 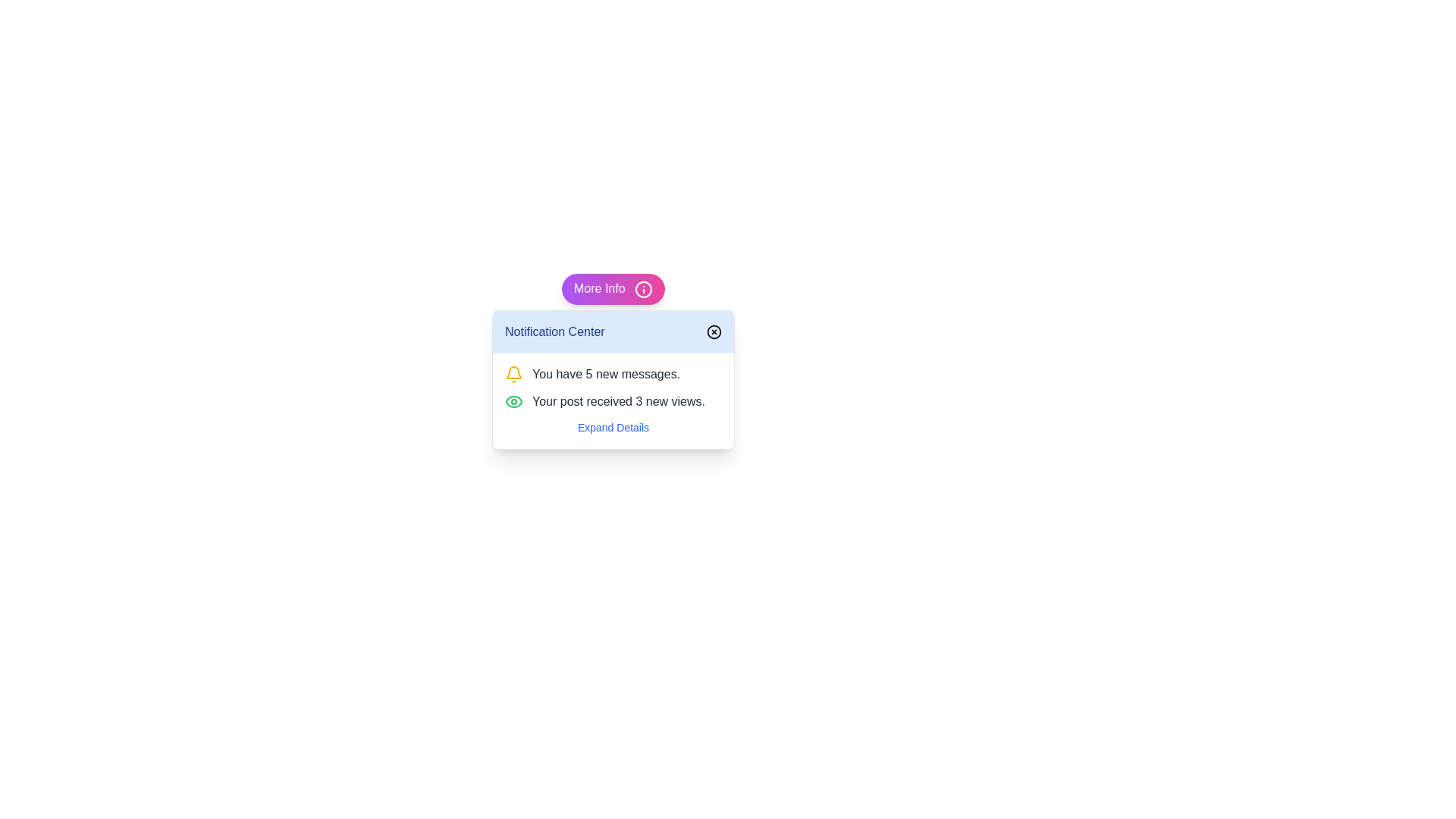 I want to click on the static text element that displays 'Your post received 3 new views.' with a green eye icon, which is the second notification item in the notification card, so click(x=613, y=400).